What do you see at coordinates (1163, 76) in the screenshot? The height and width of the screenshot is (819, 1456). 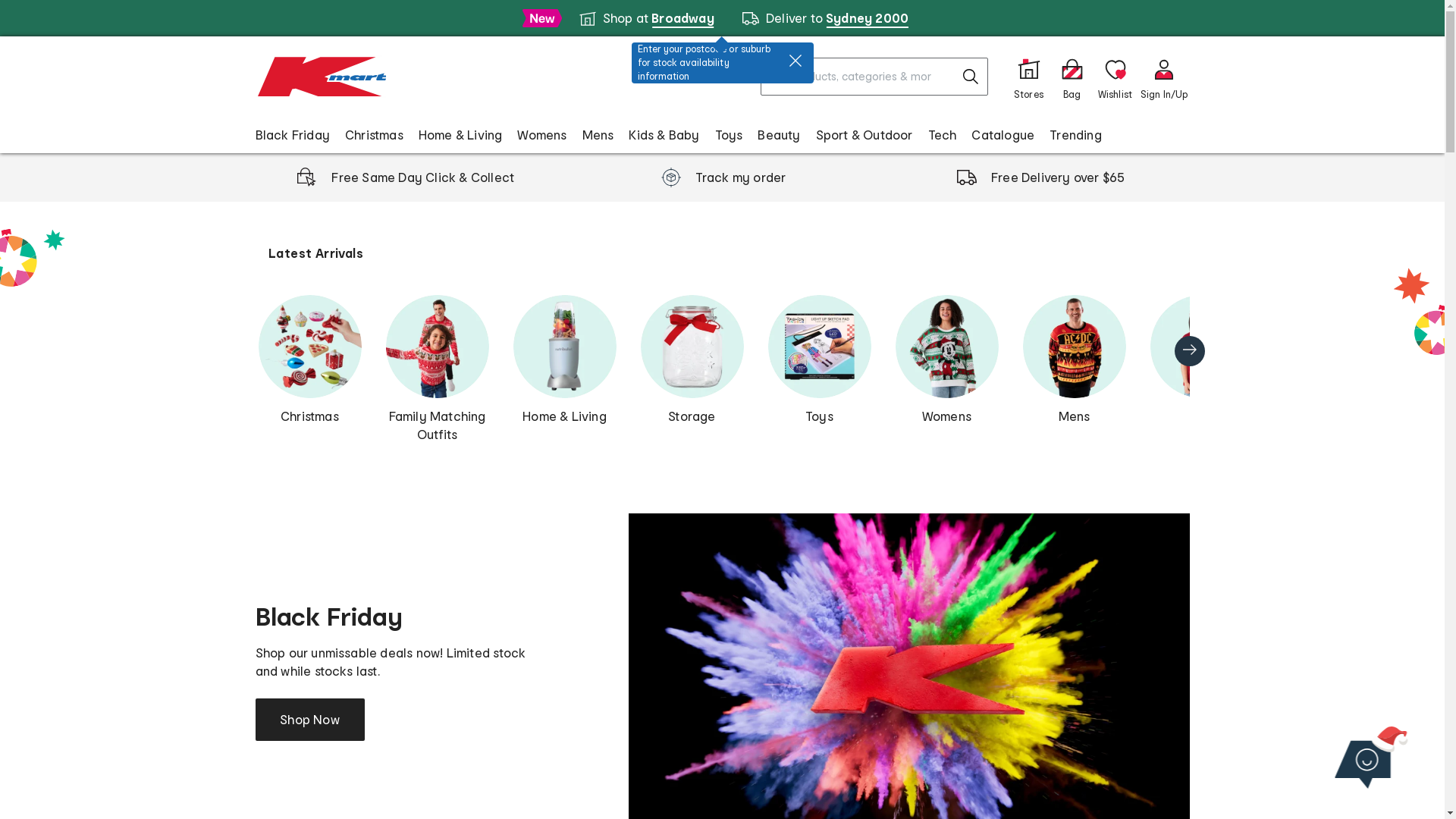 I see `'Sign In/Up'` at bounding box center [1163, 76].